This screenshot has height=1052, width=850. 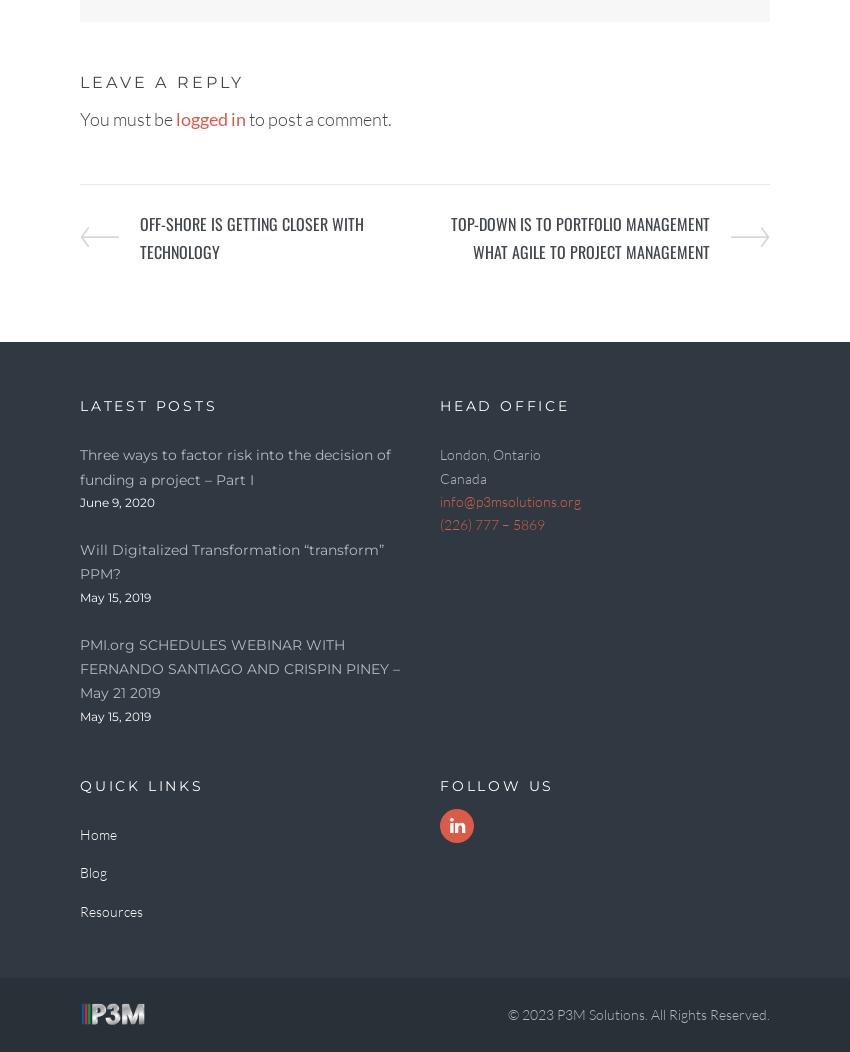 What do you see at coordinates (235, 466) in the screenshot?
I see `'Three ways to factor risk into the decision of funding a project – Part I'` at bounding box center [235, 466].